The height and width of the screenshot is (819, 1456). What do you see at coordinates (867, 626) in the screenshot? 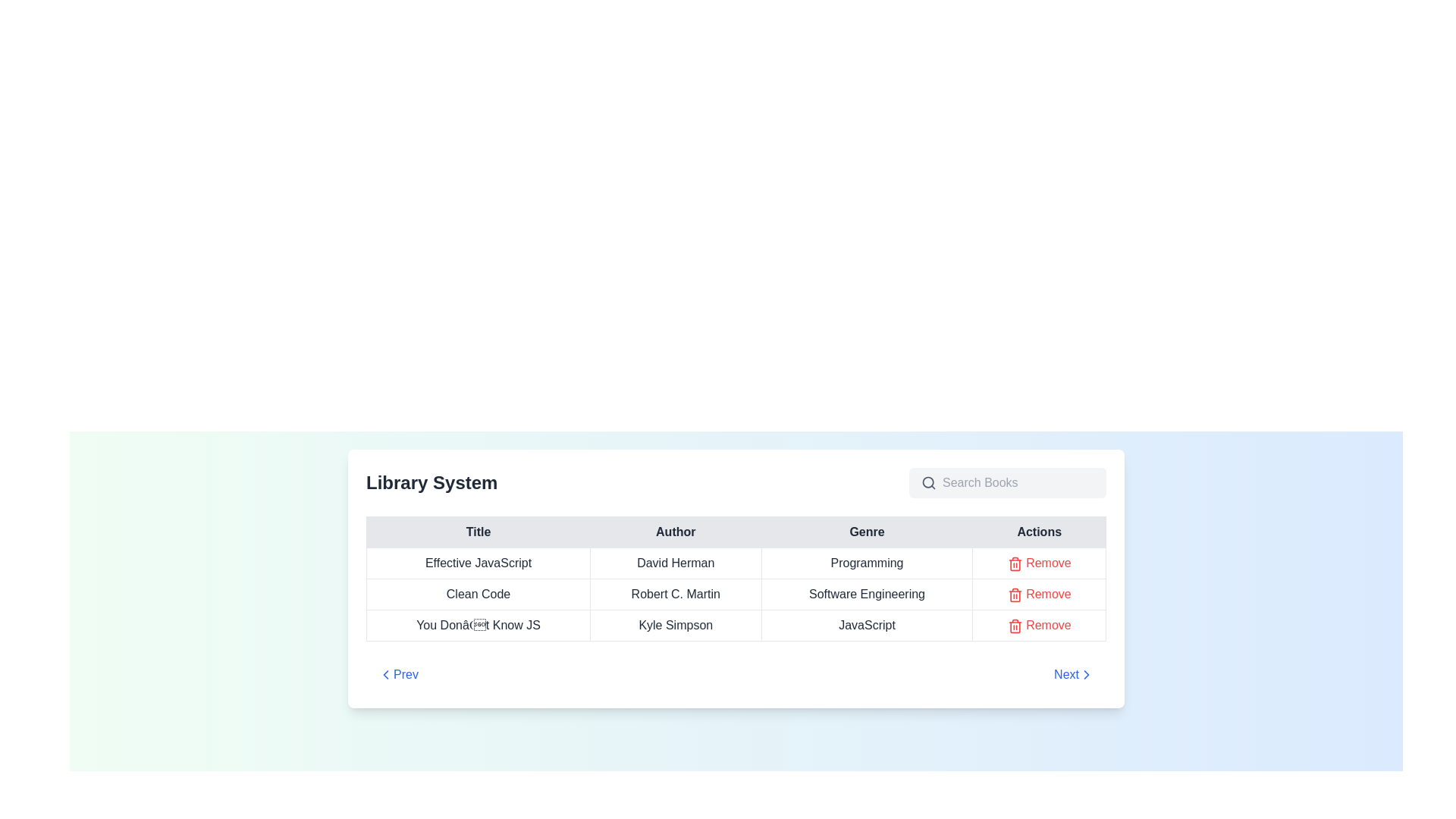
I see `the Text label displaying the genre of a book in the third row under the 'Genre' column of the table` at bounding box center [867, 626].